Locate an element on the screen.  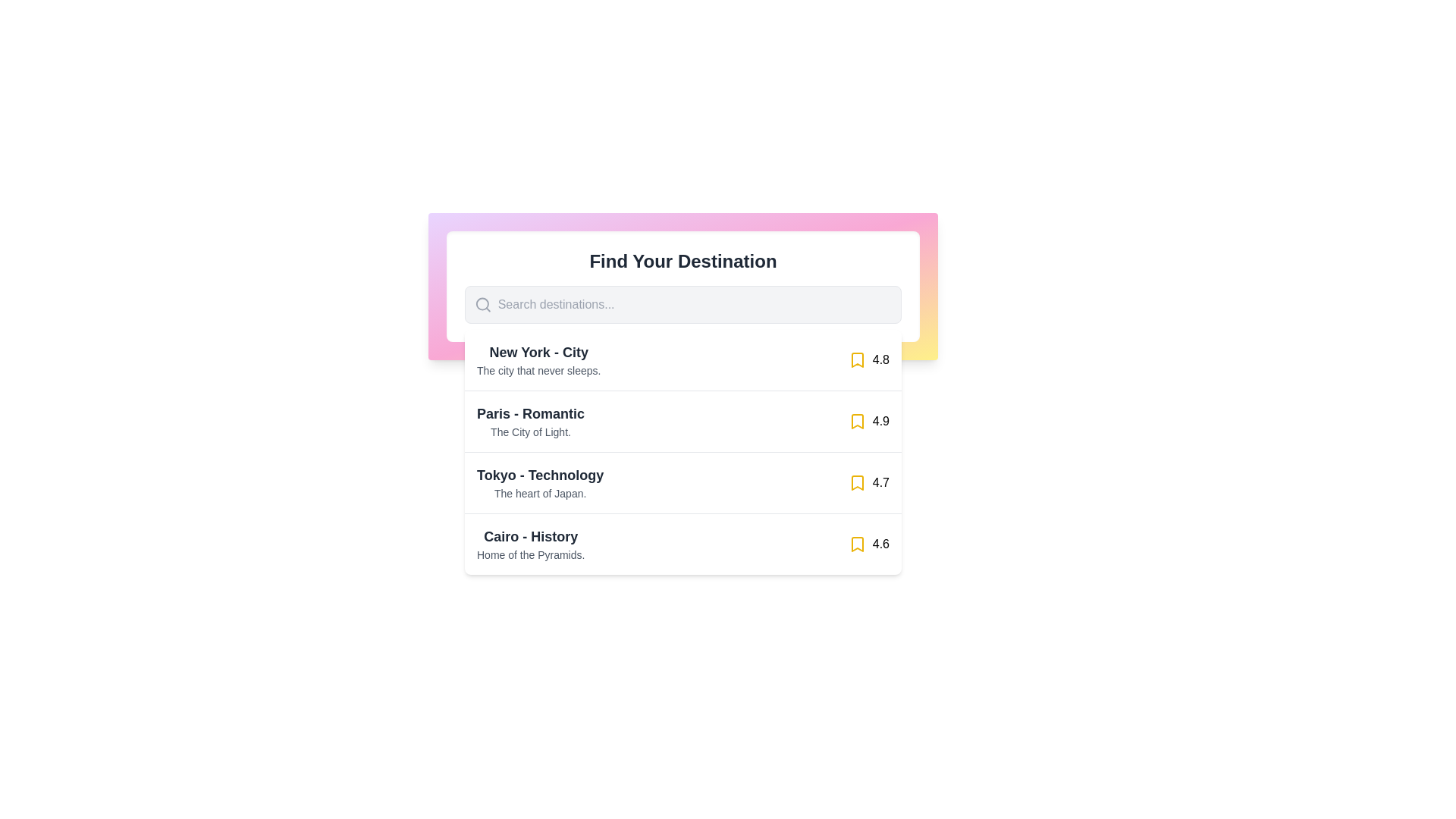
descriptive text label located directly beneath the 'New York - City' heading, which provides additional context about the destination is located at coordinates (538, 371).